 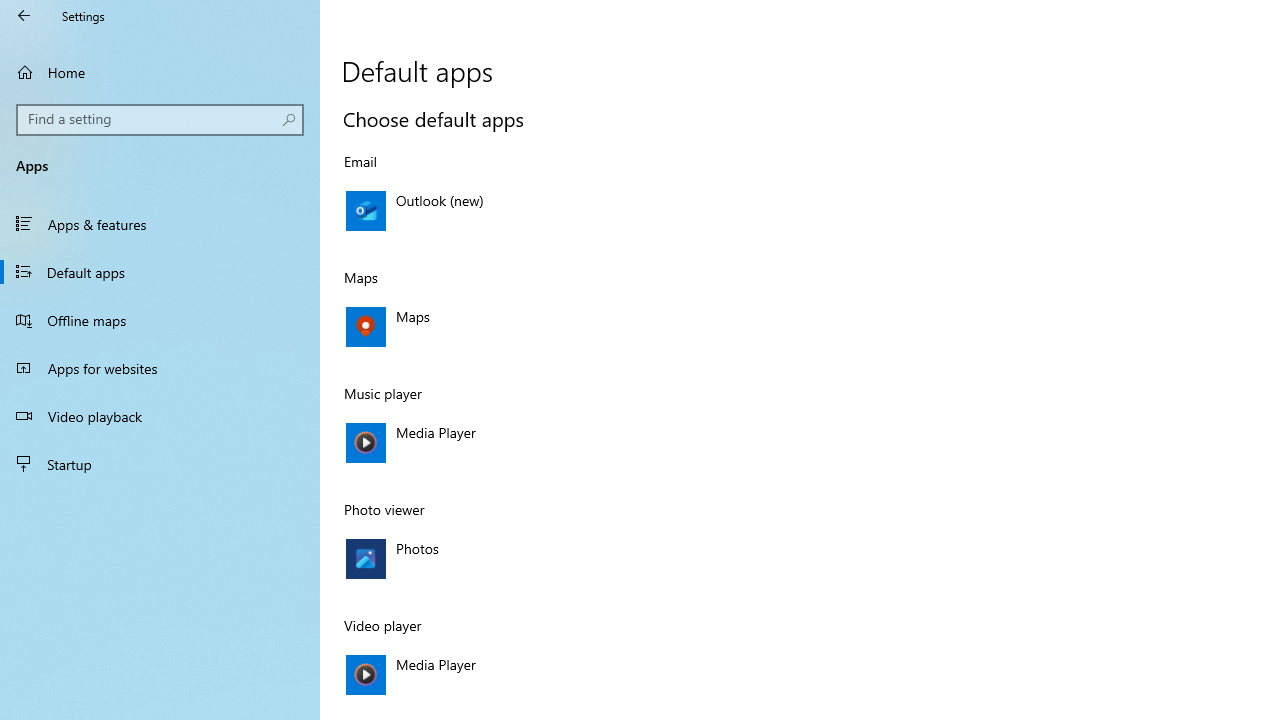 What do you see at coordinates (160, 119) in the screenshot?
I see `'Search box, Find a setting'` at bounding box center [160, 119].